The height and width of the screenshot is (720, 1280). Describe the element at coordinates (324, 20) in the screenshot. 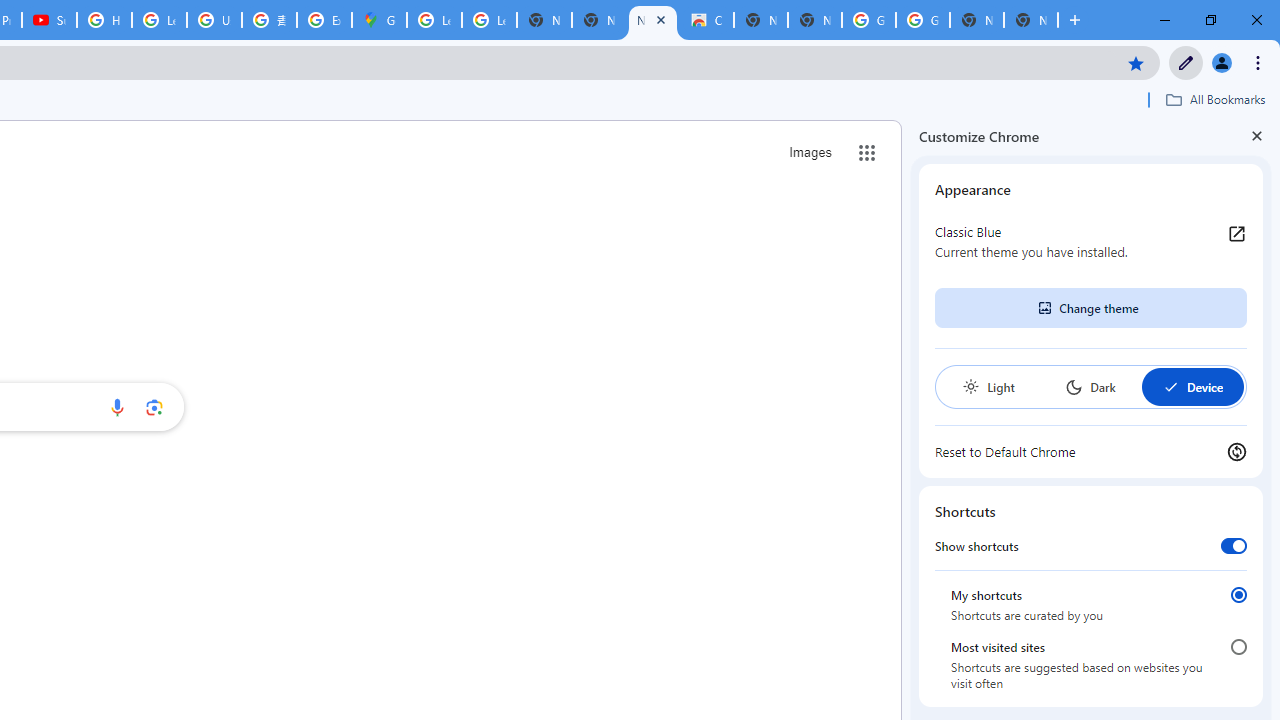

I see `'Explore new street-level details - Google Maps Help'` at that location.